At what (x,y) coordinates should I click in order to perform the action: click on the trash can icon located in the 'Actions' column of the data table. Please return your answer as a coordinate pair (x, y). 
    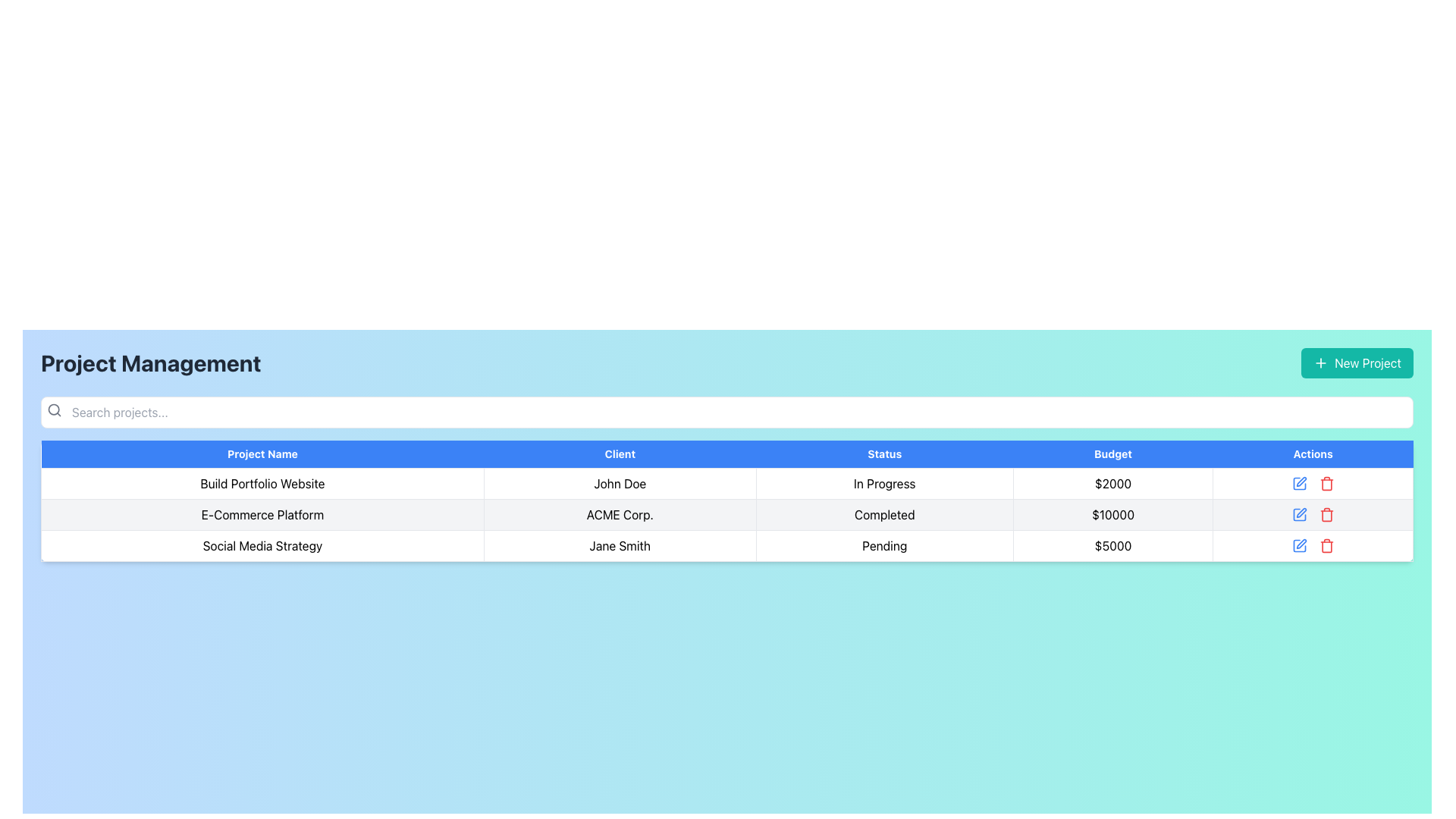
    Looking at the image, I should click on (1326, 485).